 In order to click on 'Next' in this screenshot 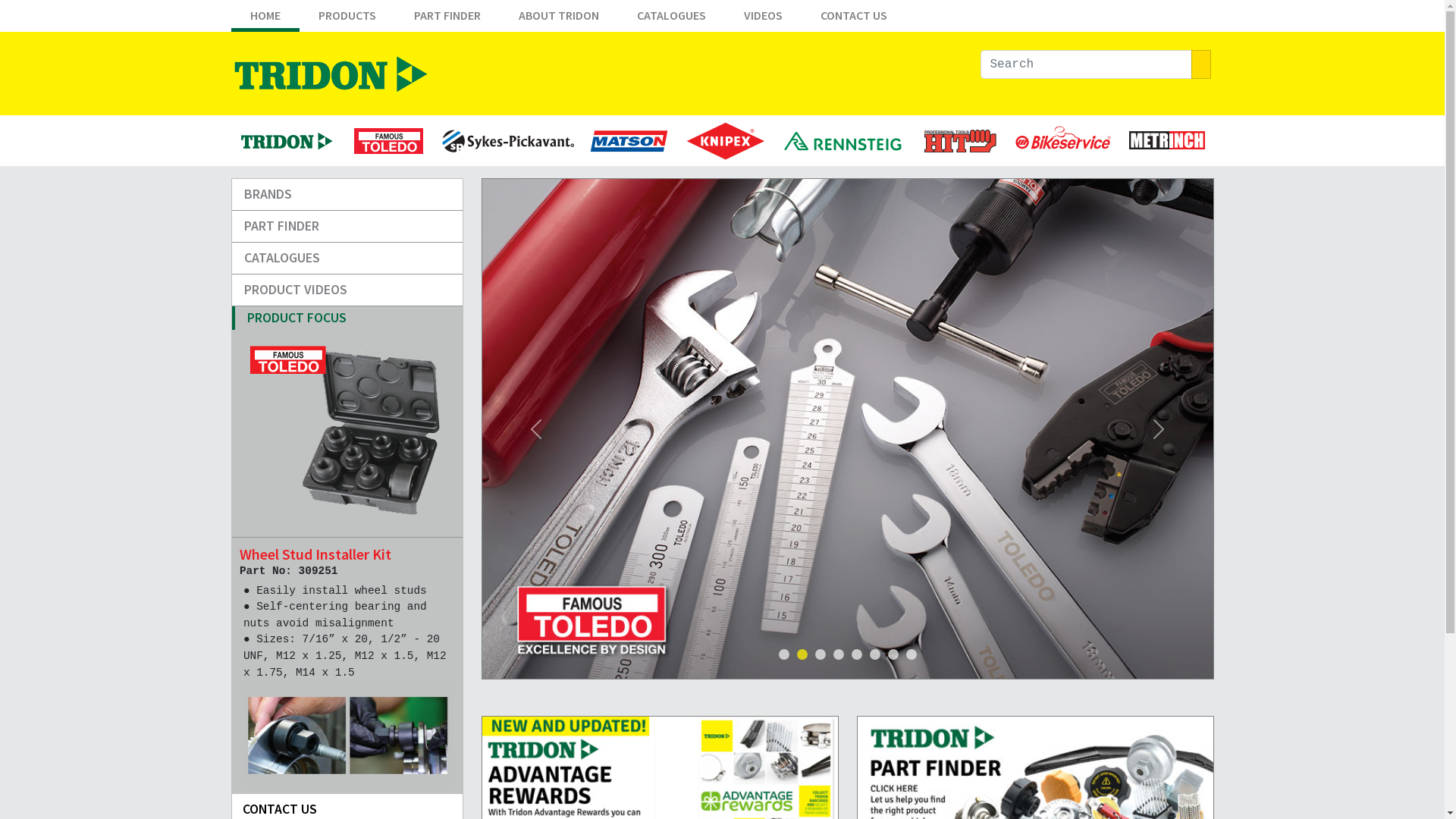, I will do `click(1158, 428)`.